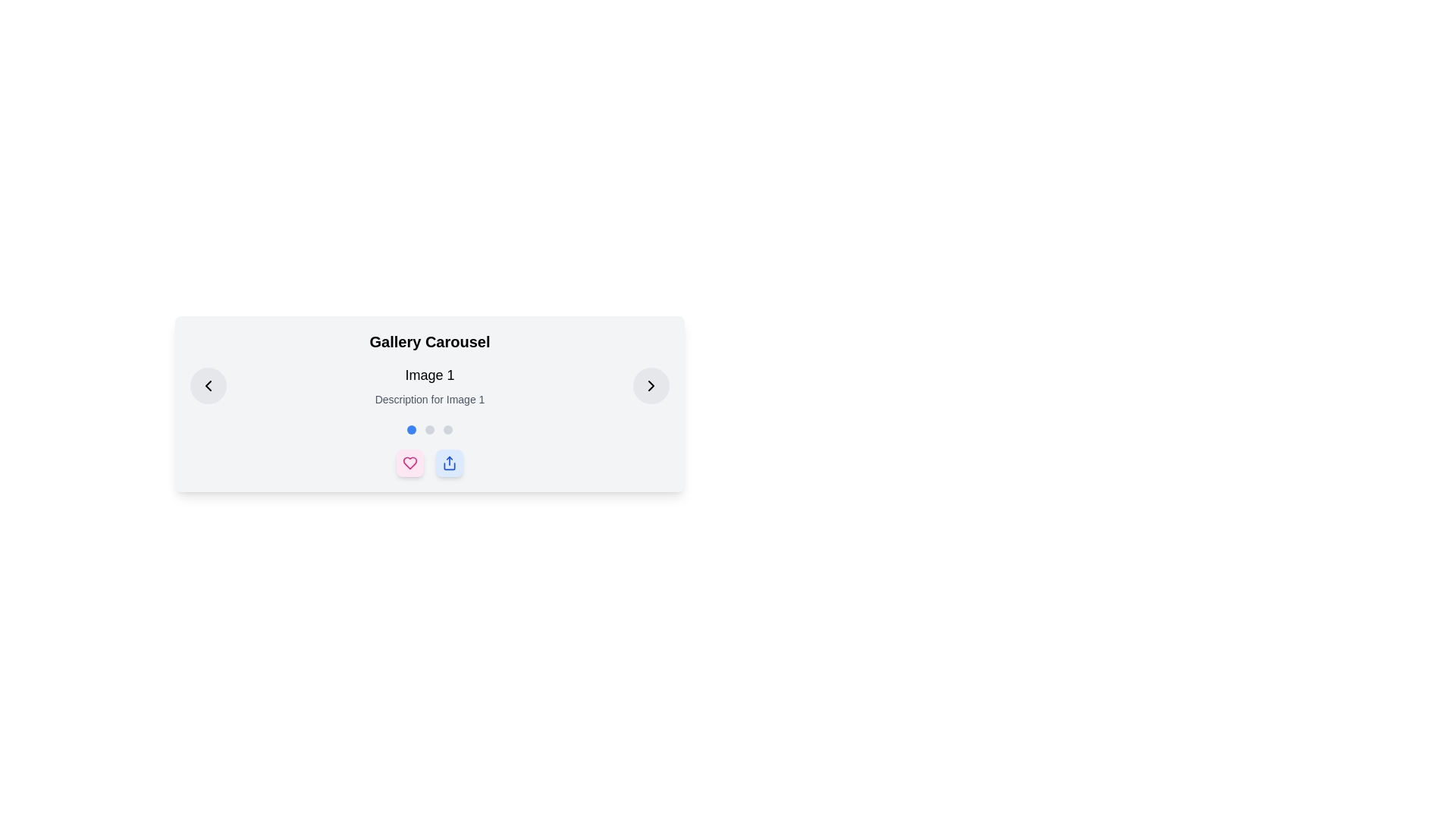 This screenshot has height=819, width=1456. What do you see at coordinates (428, 375) in the screenshot?
I see `text content of the 'Image 1' text label, which is styled in a larger bold font and positioned above the 'Description for Image 1'` at bounding box center [428, 375].